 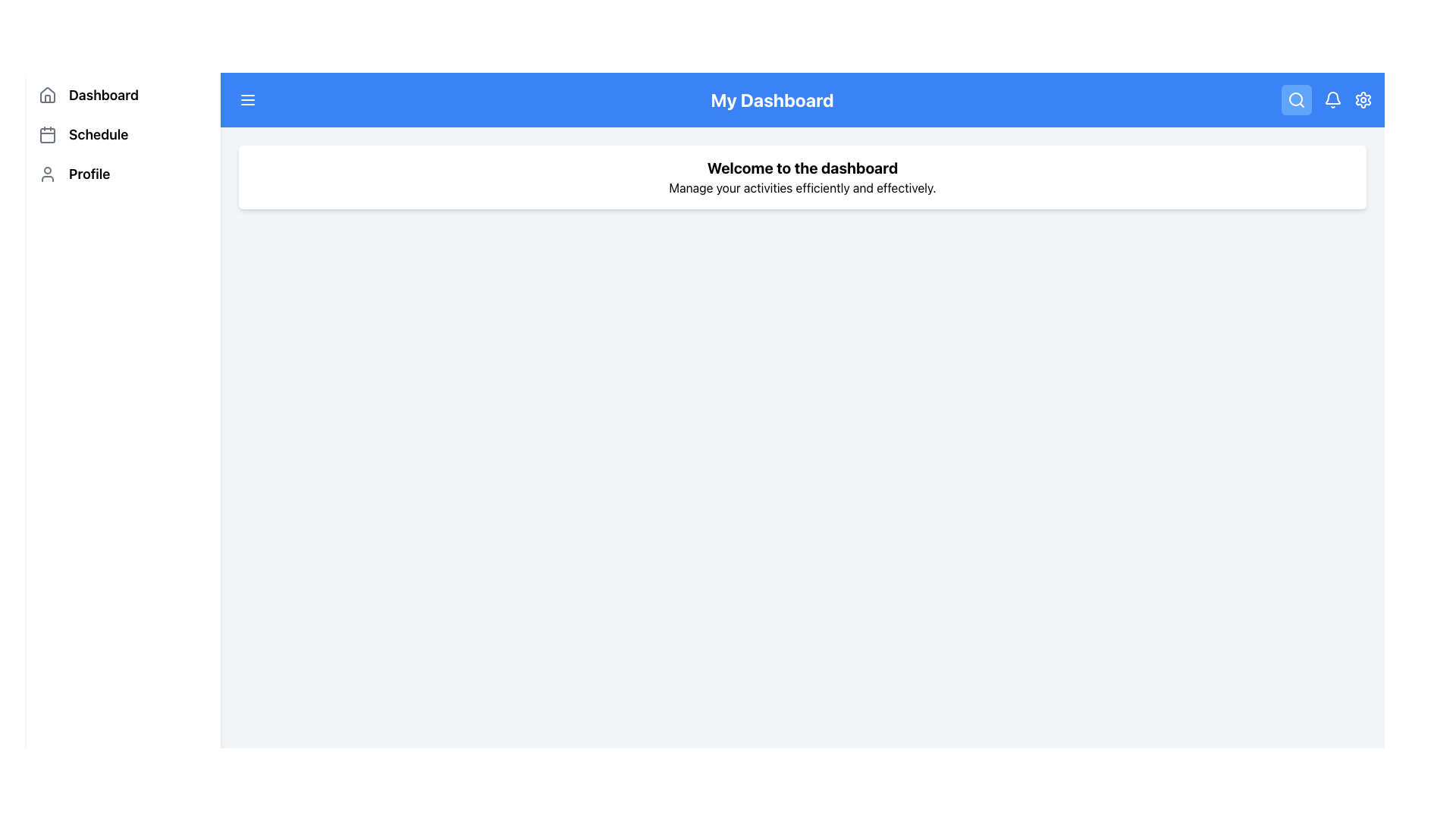 I want to click on the dashboard title label located in the blue header area, centered between the hamburger menu icon and the search icon, so click(x=772, y=99).